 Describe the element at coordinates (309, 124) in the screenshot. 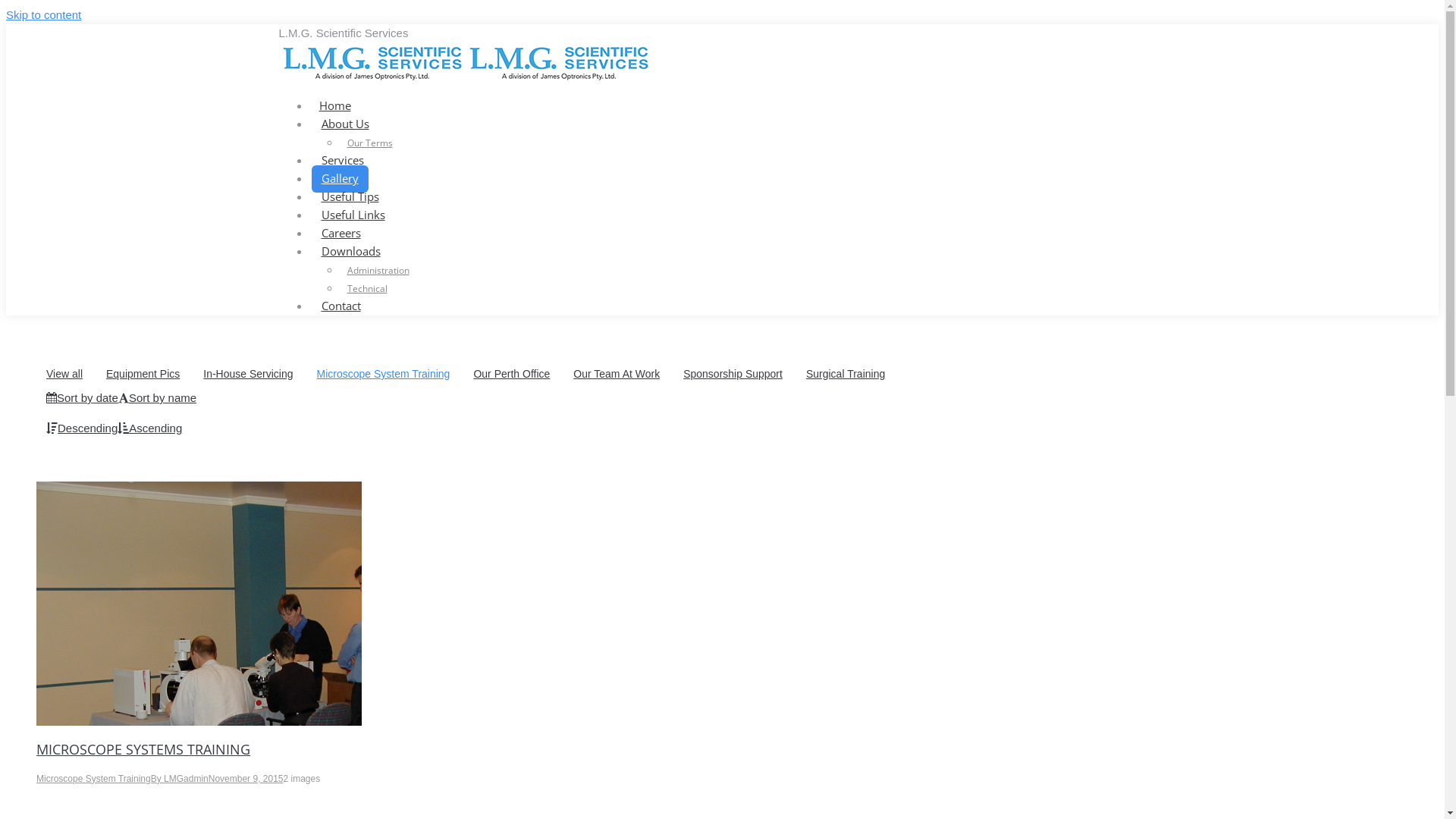

I see `'About Us'` at that location.